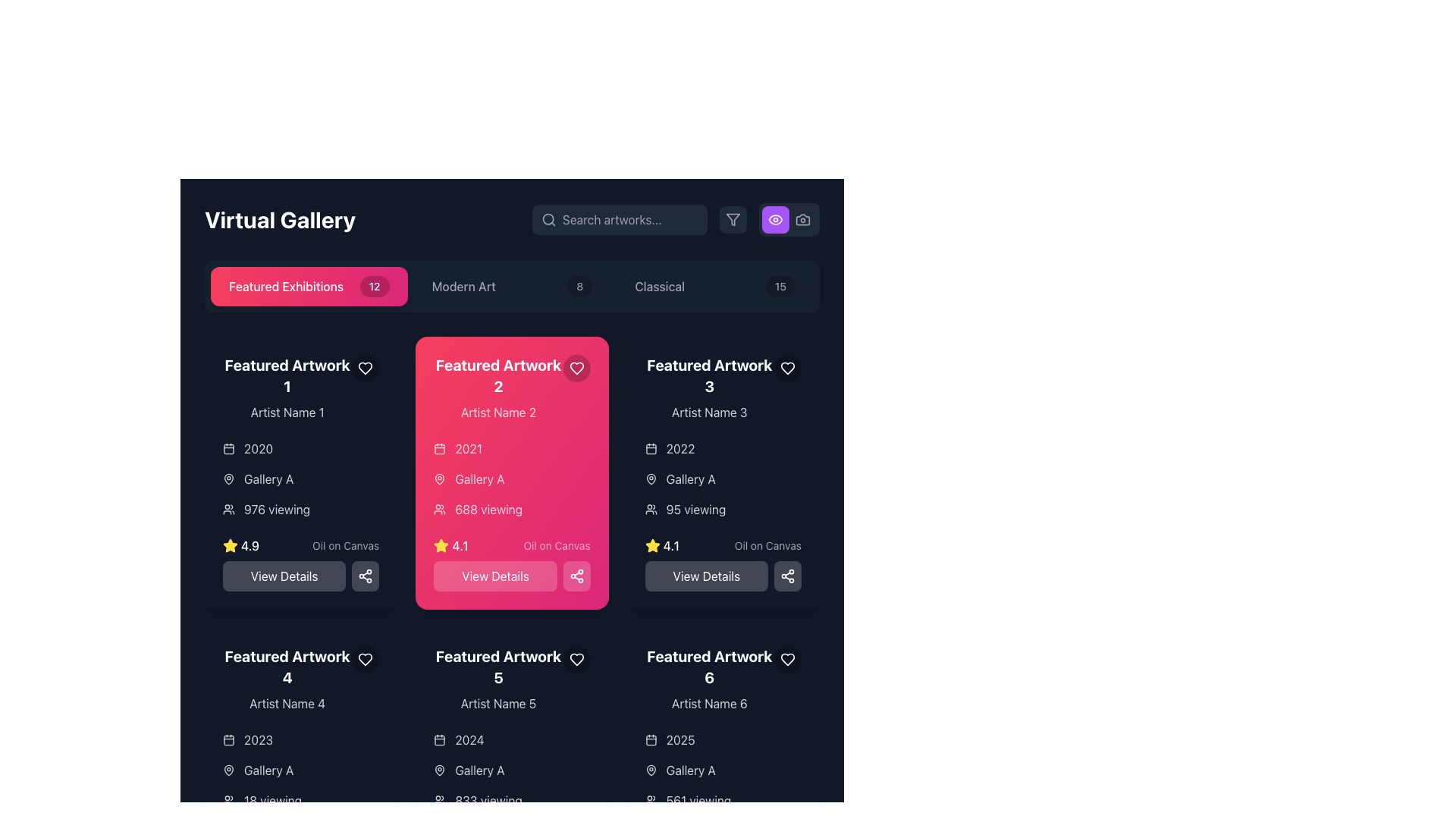 The image size is (1456, 819). Describe the element at coordinates (620, 219) in the screenshot. I see `the Search Input Field located at the top-right portion of the page` at that location.